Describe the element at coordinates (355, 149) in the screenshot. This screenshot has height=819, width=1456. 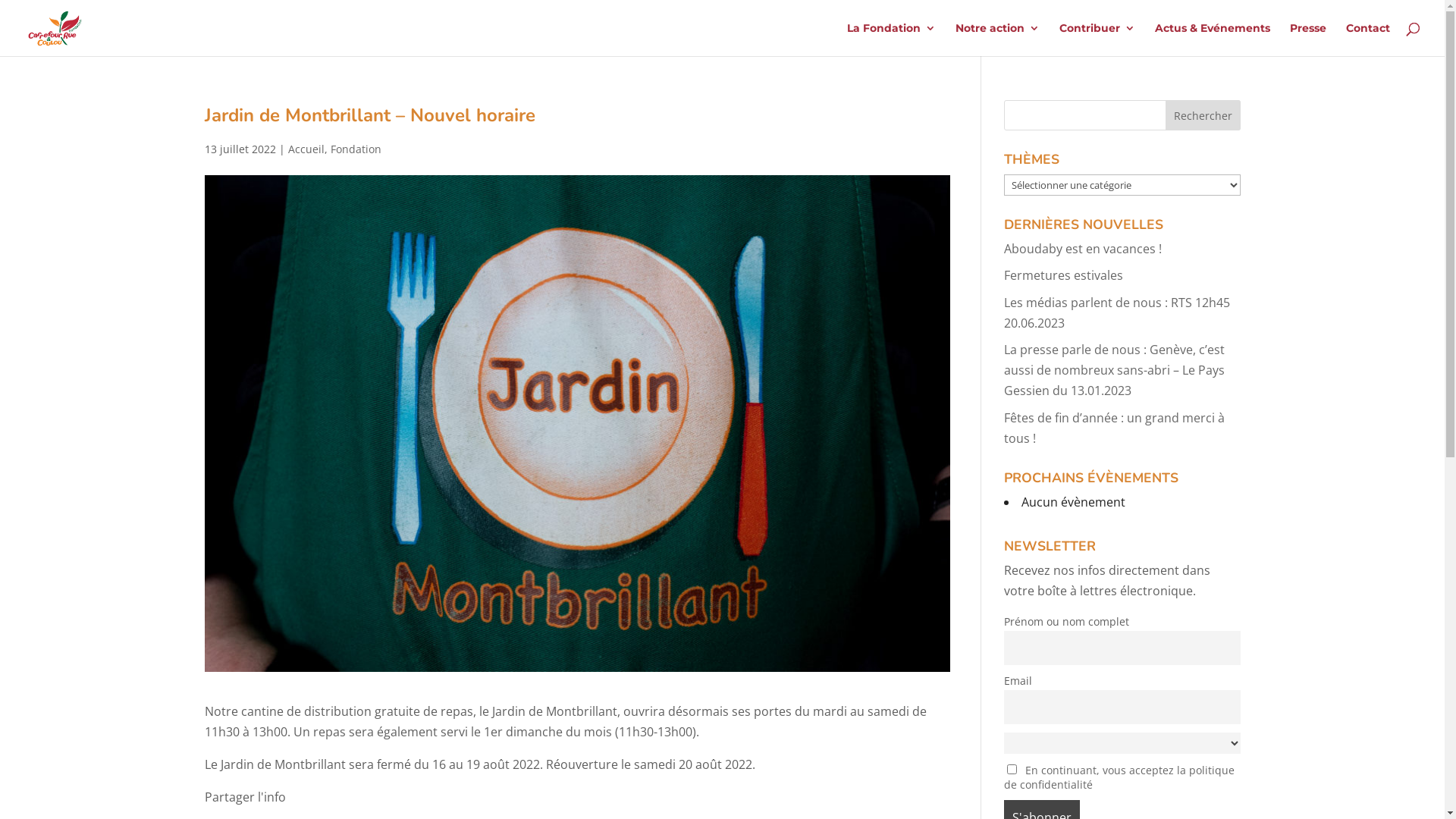
I see `'Fondation'` at that location.